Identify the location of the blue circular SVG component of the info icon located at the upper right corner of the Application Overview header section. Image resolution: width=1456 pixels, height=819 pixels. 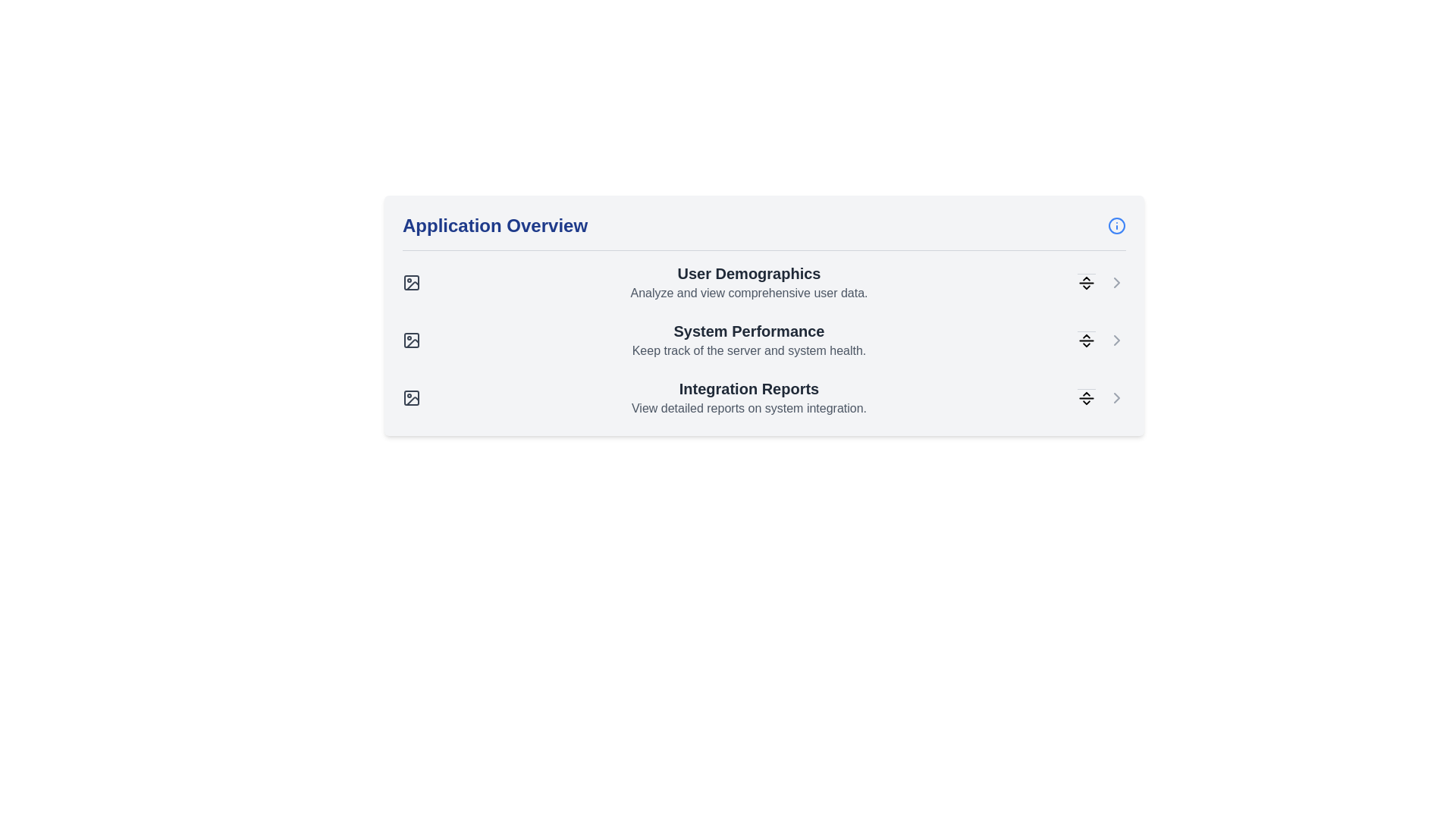
(1117, 225).